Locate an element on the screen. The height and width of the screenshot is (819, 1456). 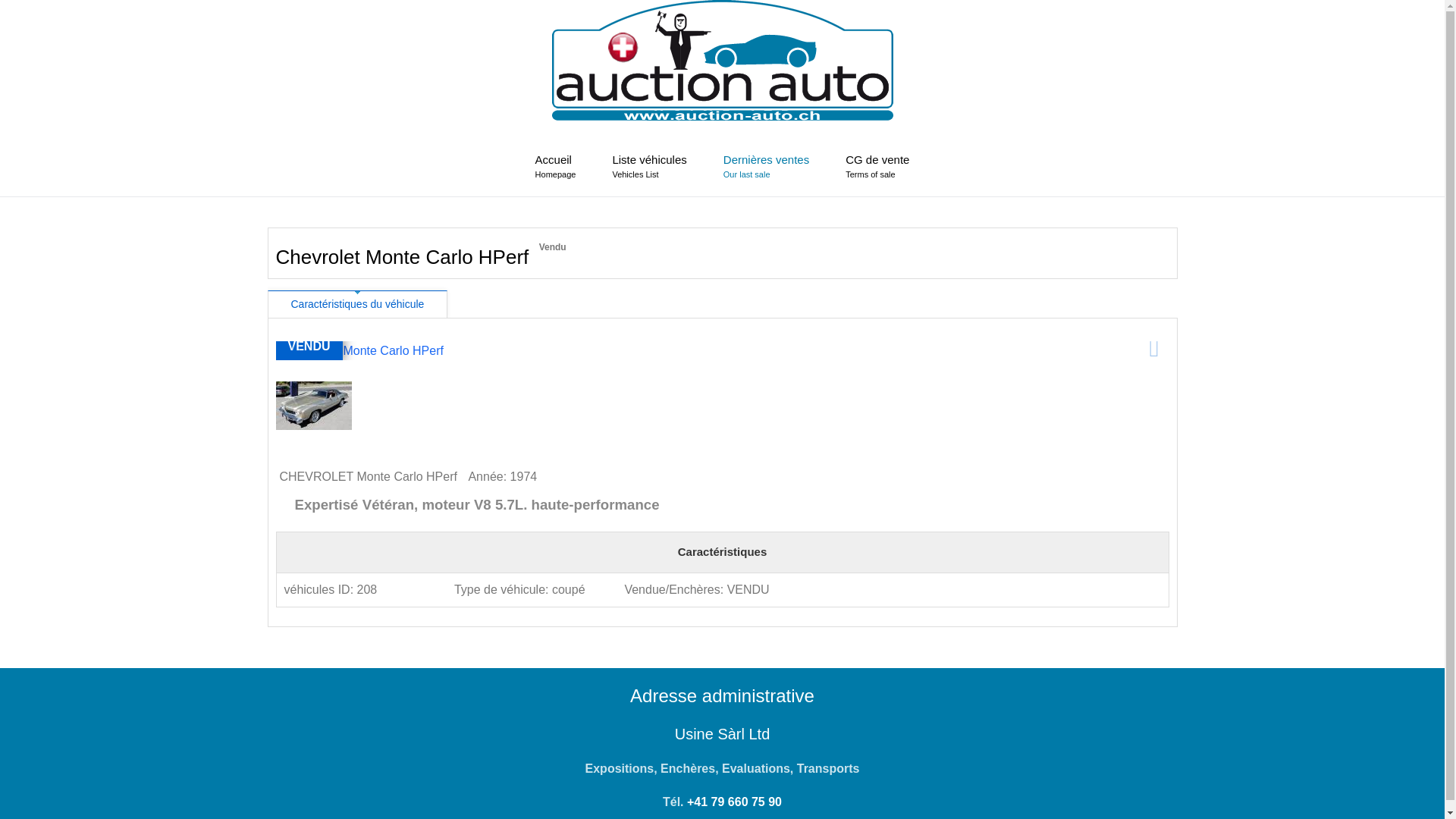
'Accueil is located at coordinates (555, 166).